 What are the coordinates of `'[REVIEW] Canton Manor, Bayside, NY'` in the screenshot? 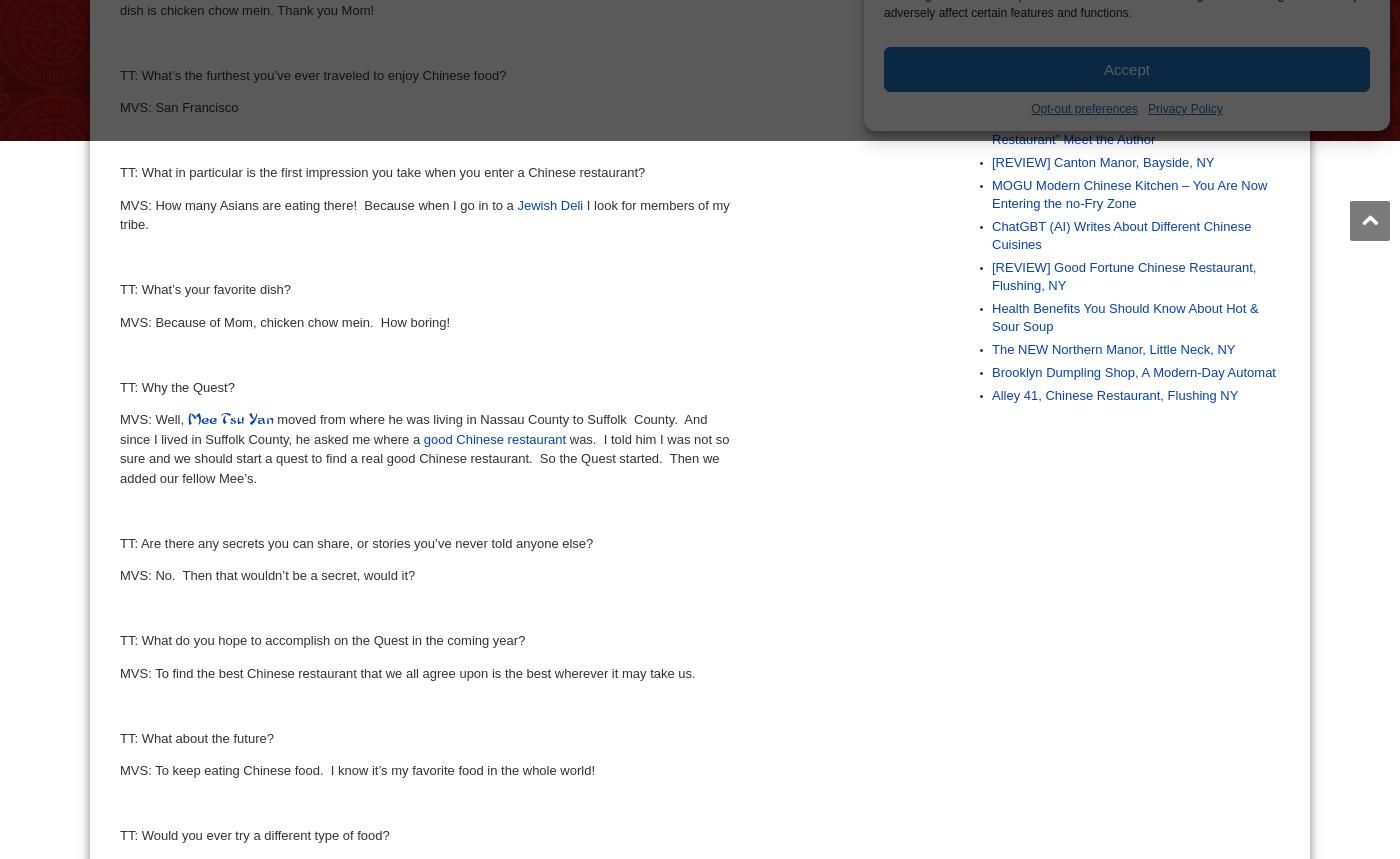 It's located at (1103, 160).